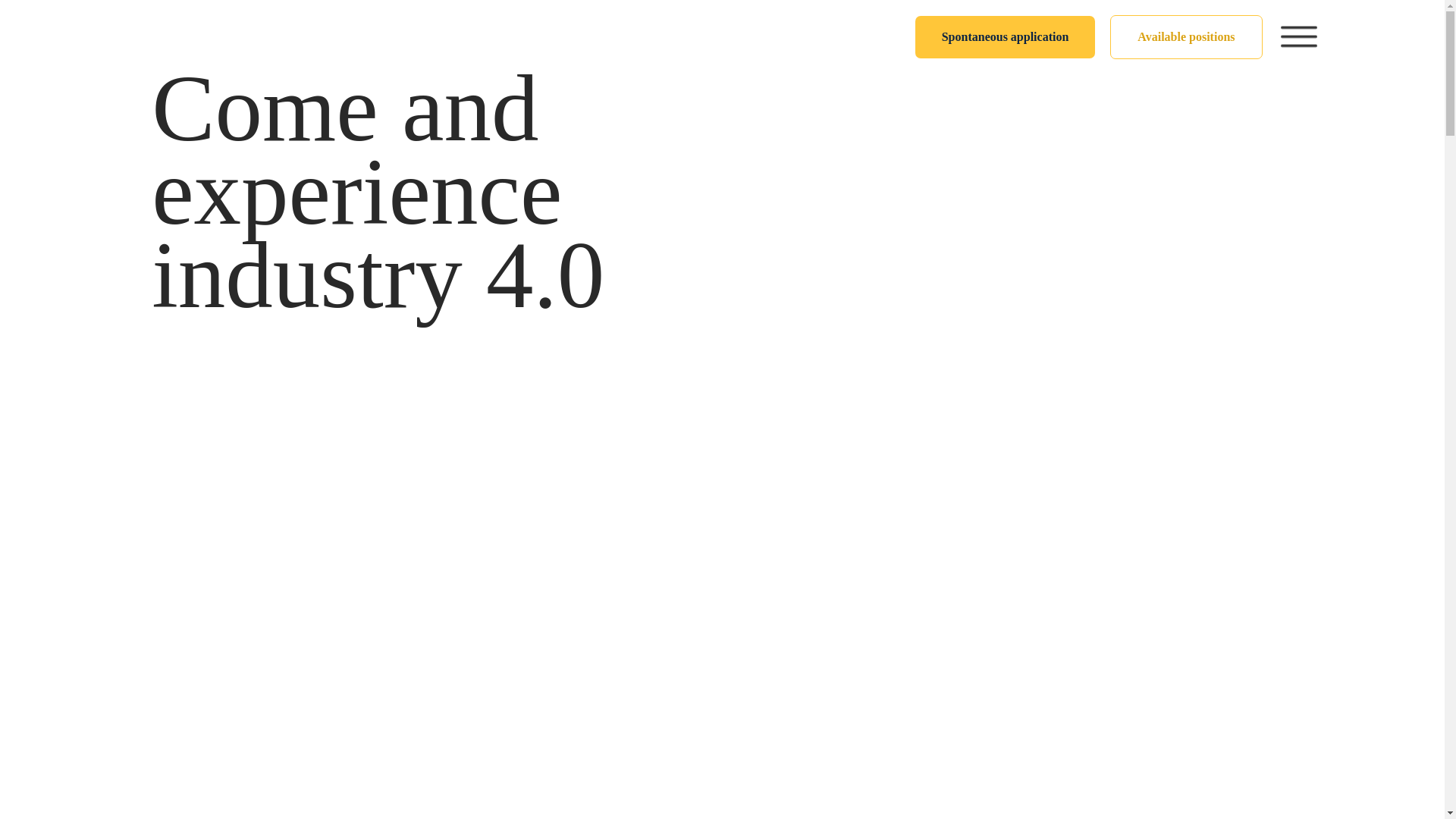  Describe the element at coordinates (1005, 36) in the screenshot. I see `'Spontaneous application'` at that location.